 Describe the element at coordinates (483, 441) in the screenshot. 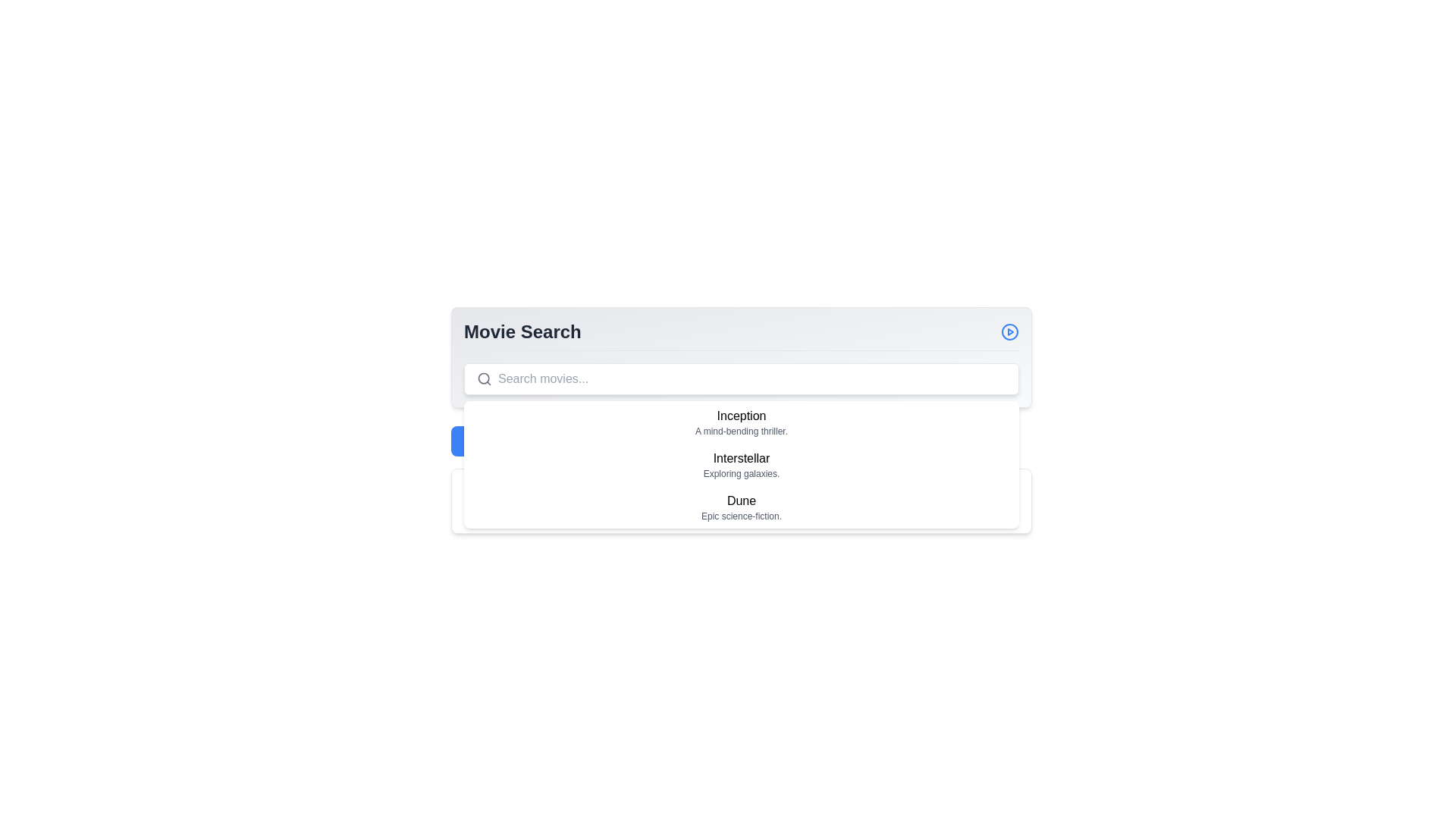

I see `the 'Popular' button, which is the leftmost button in a horizontal set of buttons for categorizing items` at that location.